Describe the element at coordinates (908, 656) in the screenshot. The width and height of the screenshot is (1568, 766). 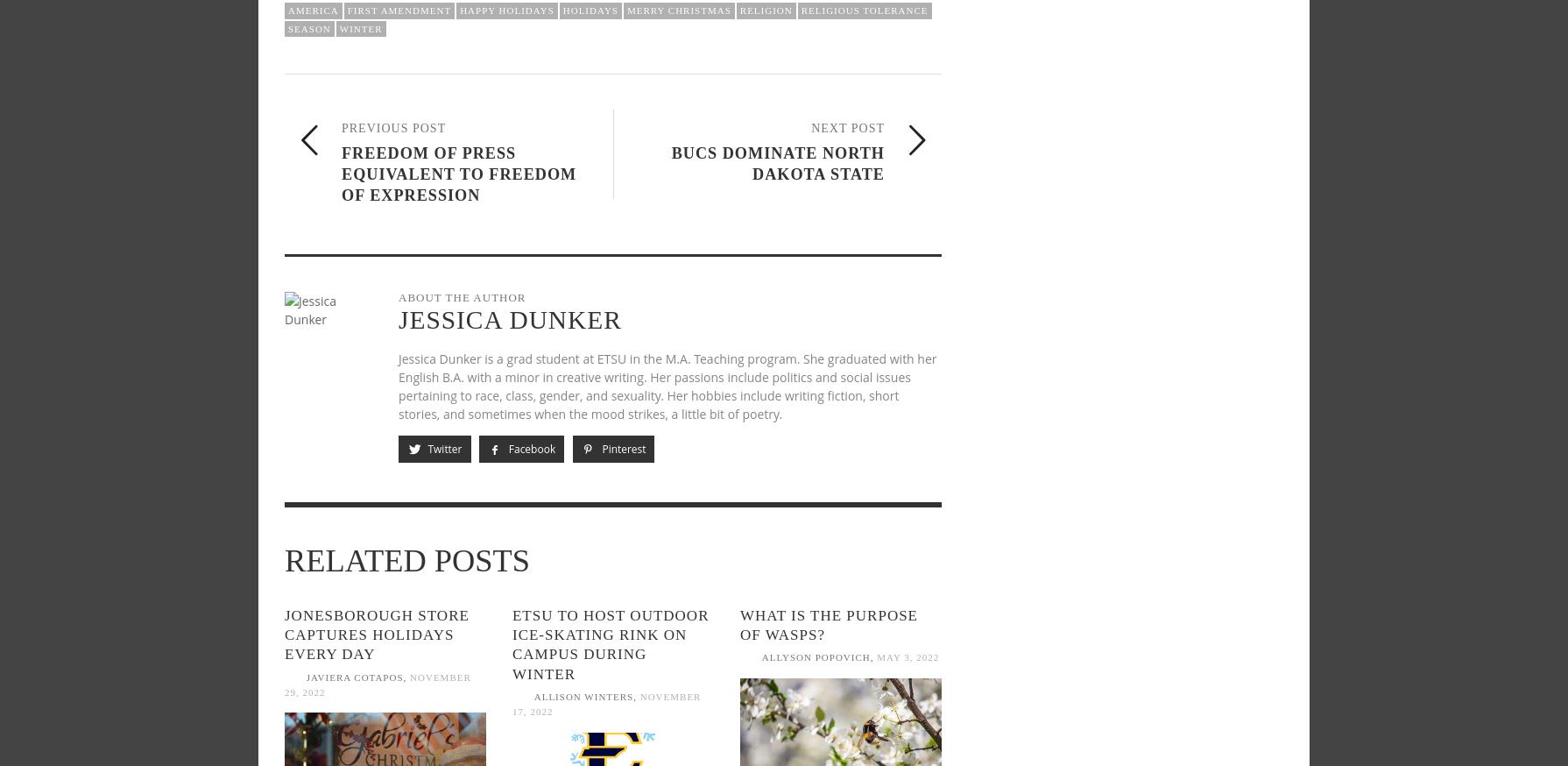
I see `'May 3, 2022'` at that location.